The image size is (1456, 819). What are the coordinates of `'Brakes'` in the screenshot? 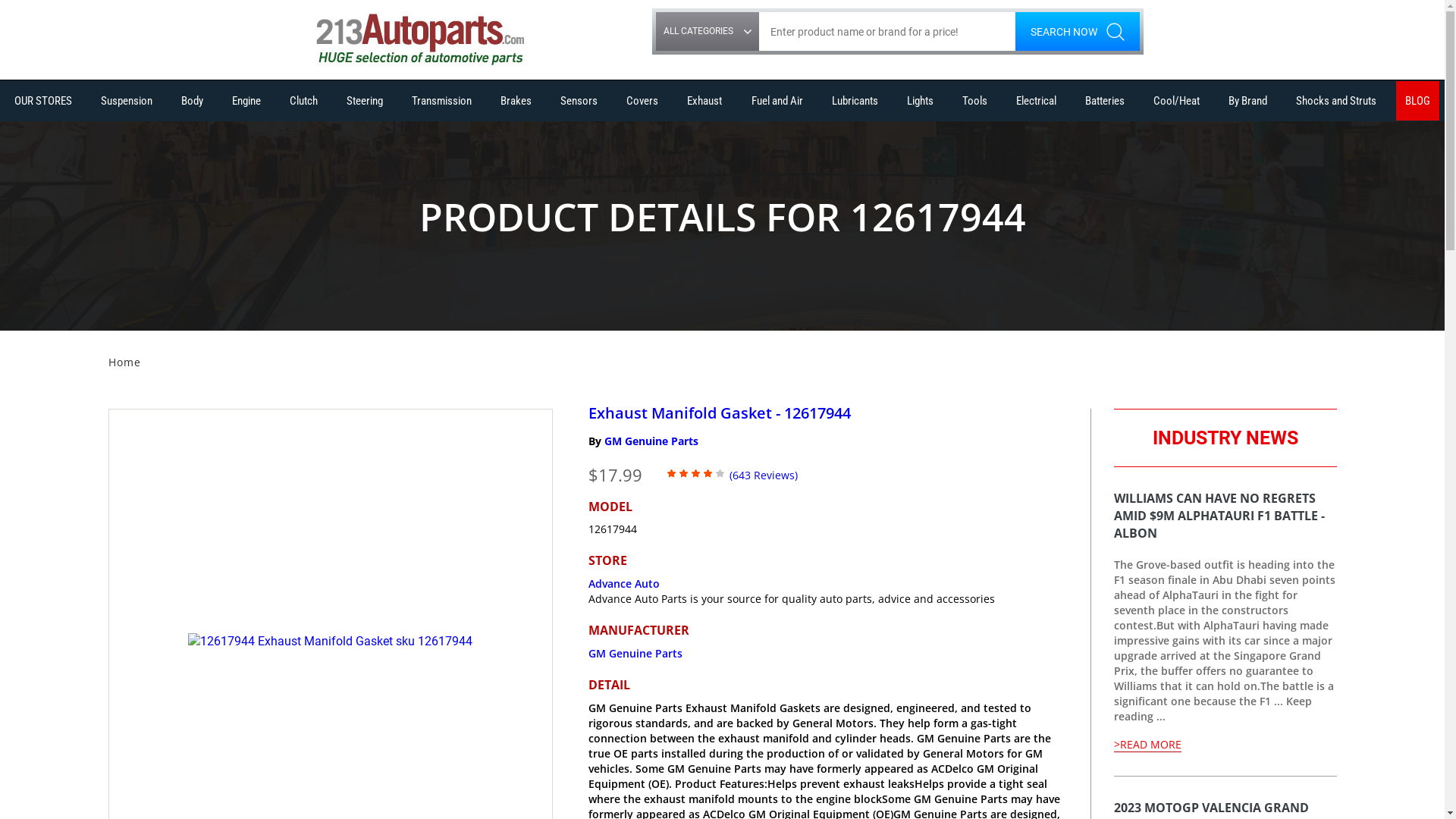 It's located at (516, 100).